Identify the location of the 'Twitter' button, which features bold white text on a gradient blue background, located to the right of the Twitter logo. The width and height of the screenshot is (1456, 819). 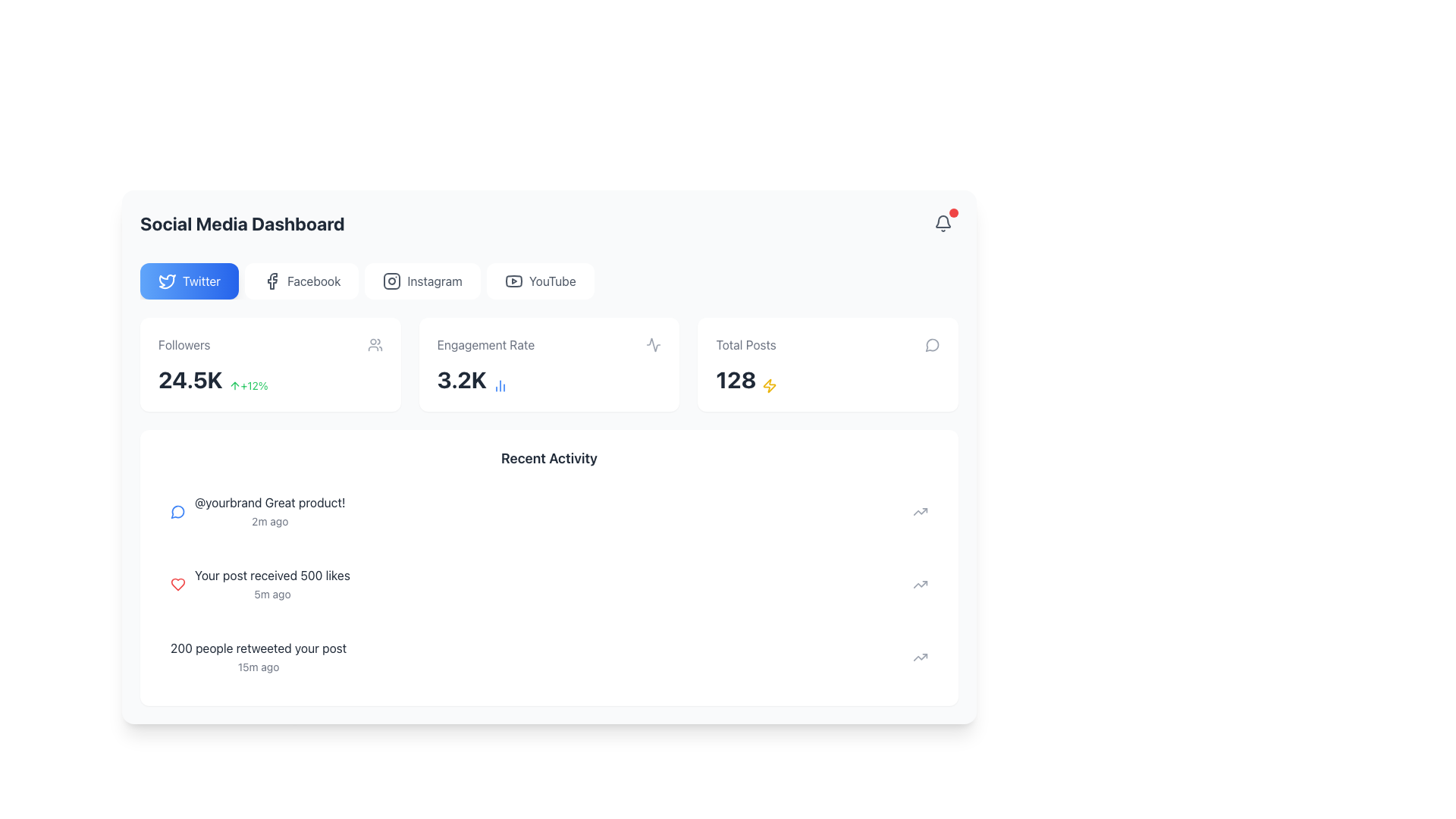
(201, 281).